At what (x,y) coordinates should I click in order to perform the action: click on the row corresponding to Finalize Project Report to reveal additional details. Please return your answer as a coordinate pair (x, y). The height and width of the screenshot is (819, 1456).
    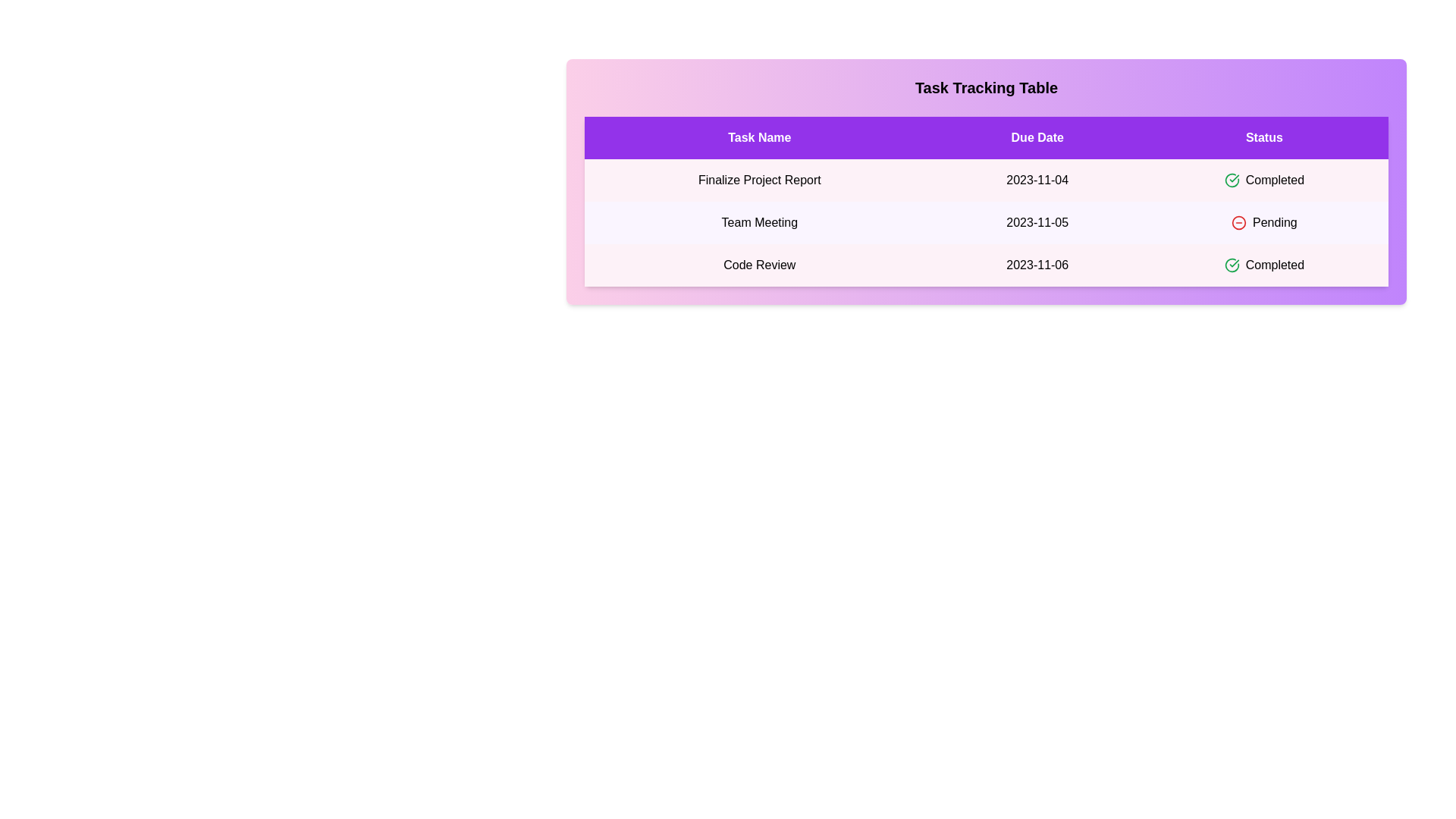
    Looking at the image, I should click on (986, 180).